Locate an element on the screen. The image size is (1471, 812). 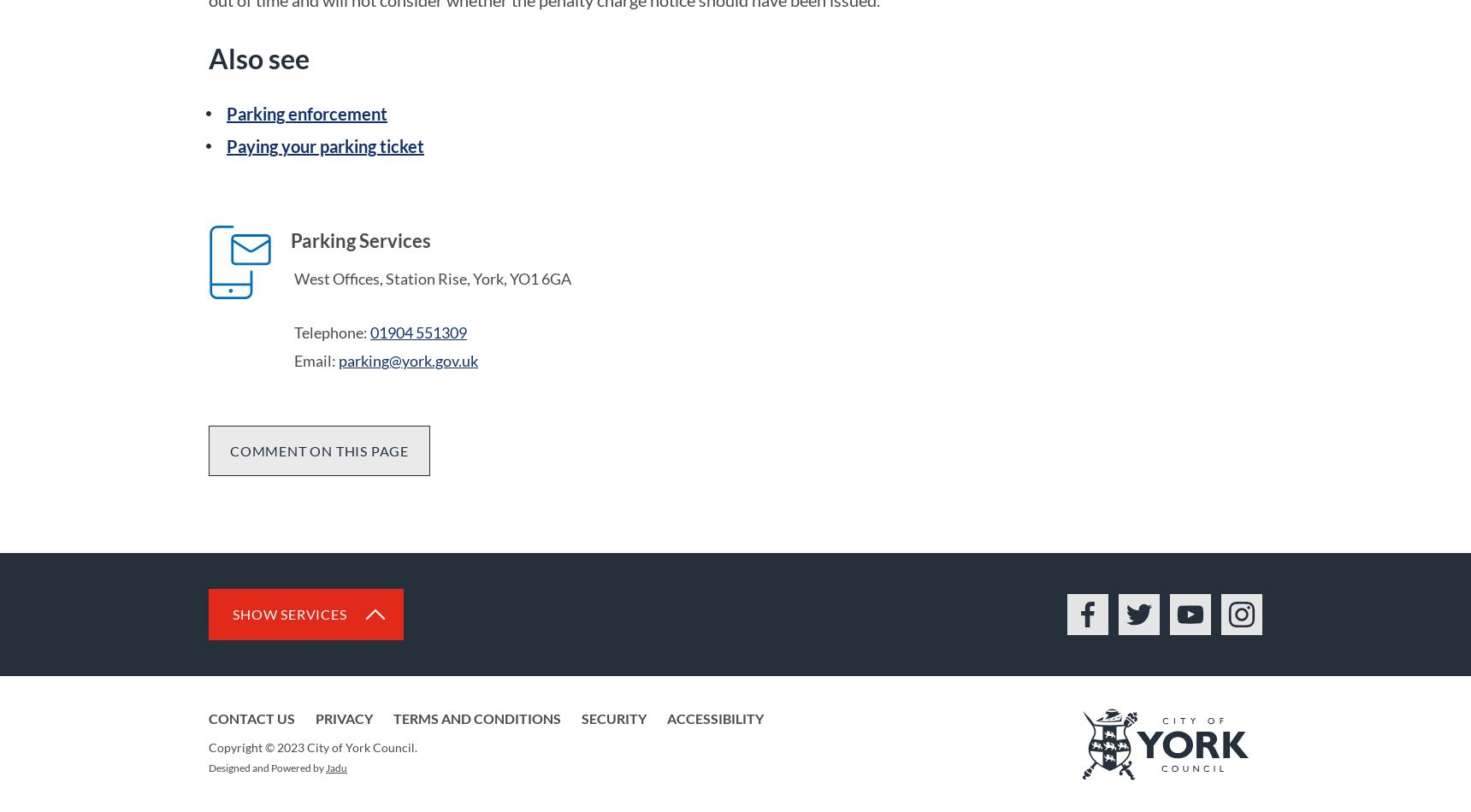
'Parking enforcement' is located at coordinates (305, 114).